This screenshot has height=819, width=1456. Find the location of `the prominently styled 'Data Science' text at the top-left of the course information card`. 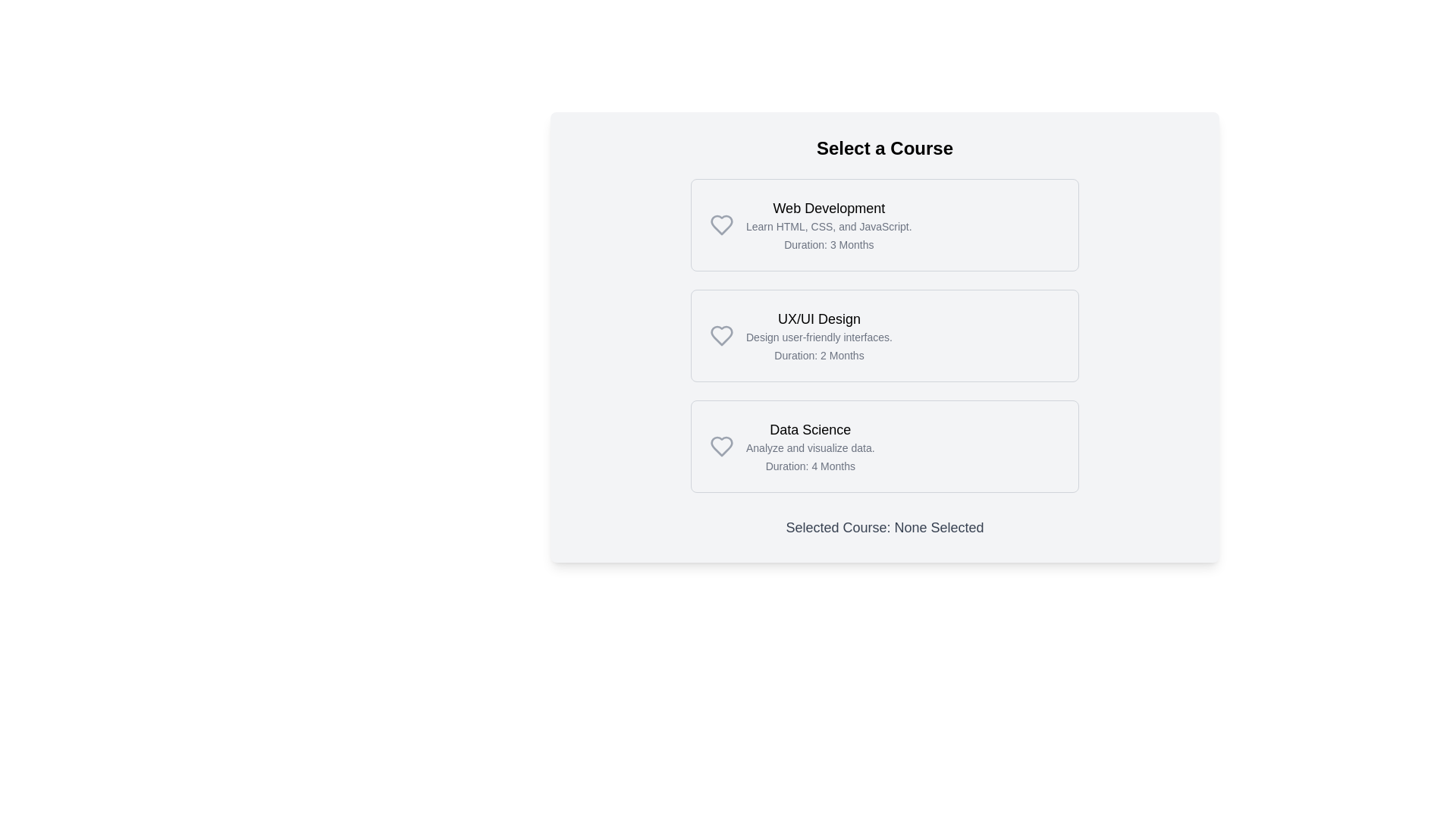

the prominently styled 'Data Science' text at the top-left of the course information card is located at coordinates (809, 430).